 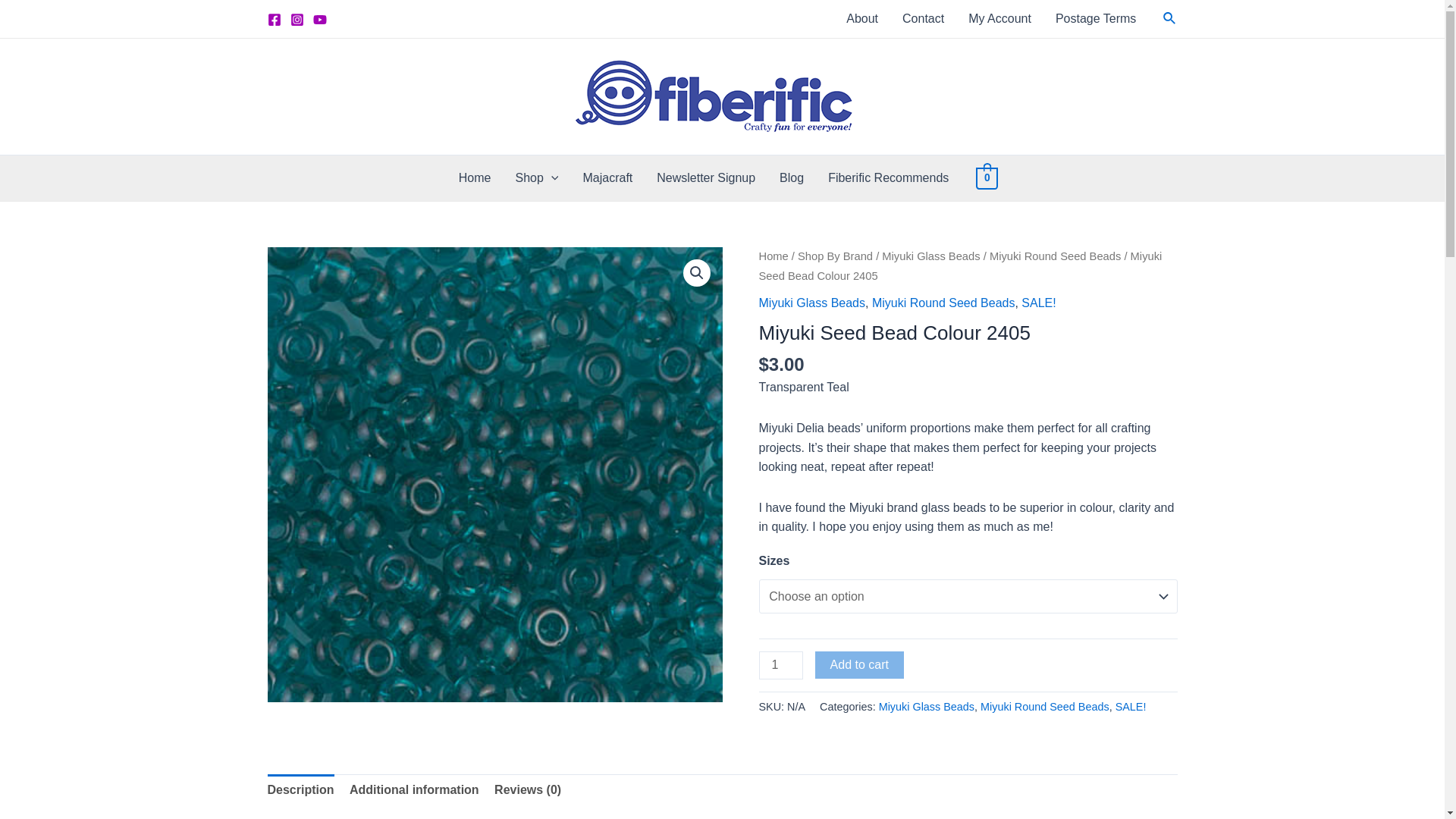 What do you see at coordinates (1037, 303) in the screenshot?
I see `'SALE!'` at bounding box center [1037, 303].